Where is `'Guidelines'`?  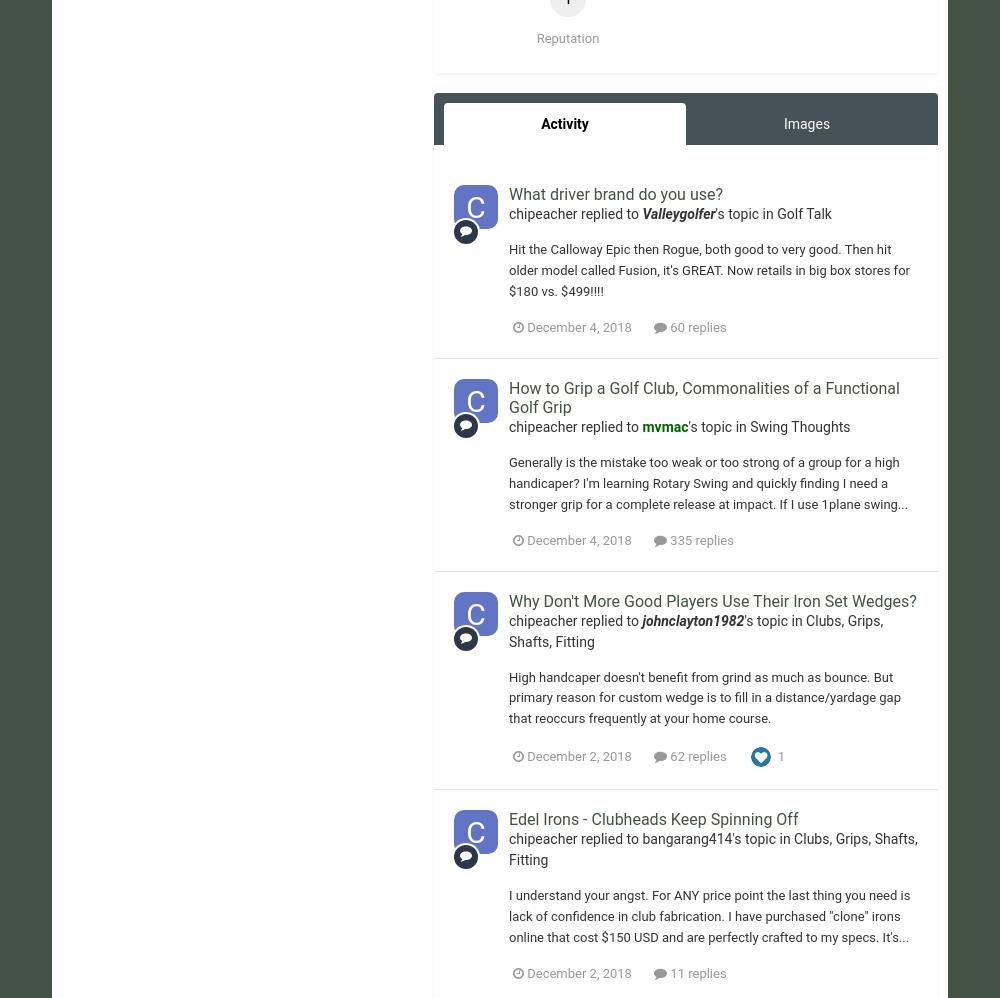 'Guidelines' is located at coordinates (667, 355).